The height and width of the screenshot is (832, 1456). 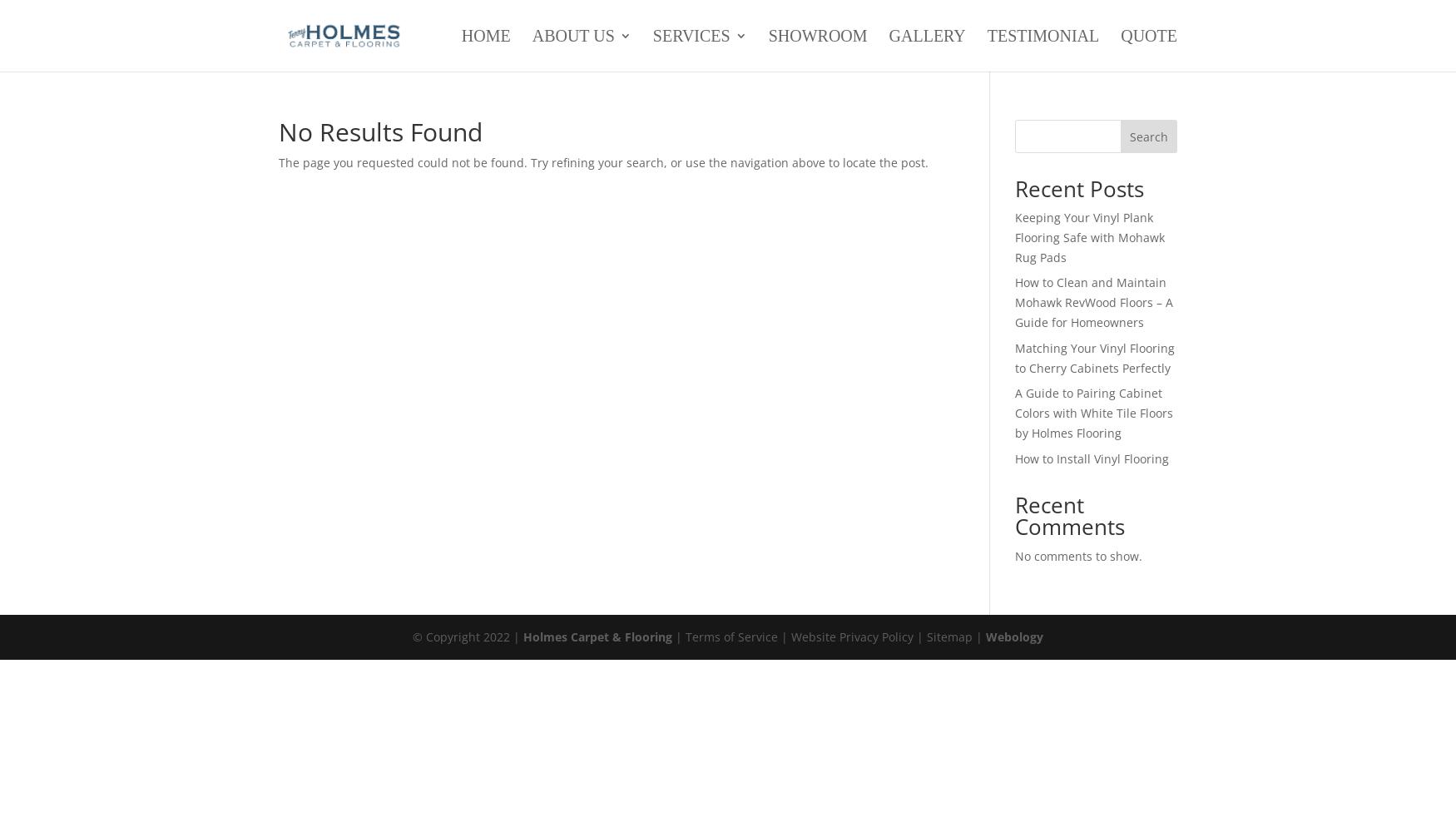 What do you see at coordinates (1077, 188) in the screenshot?
I see `'Recent Posts'` at bounding box center [1077, 188].